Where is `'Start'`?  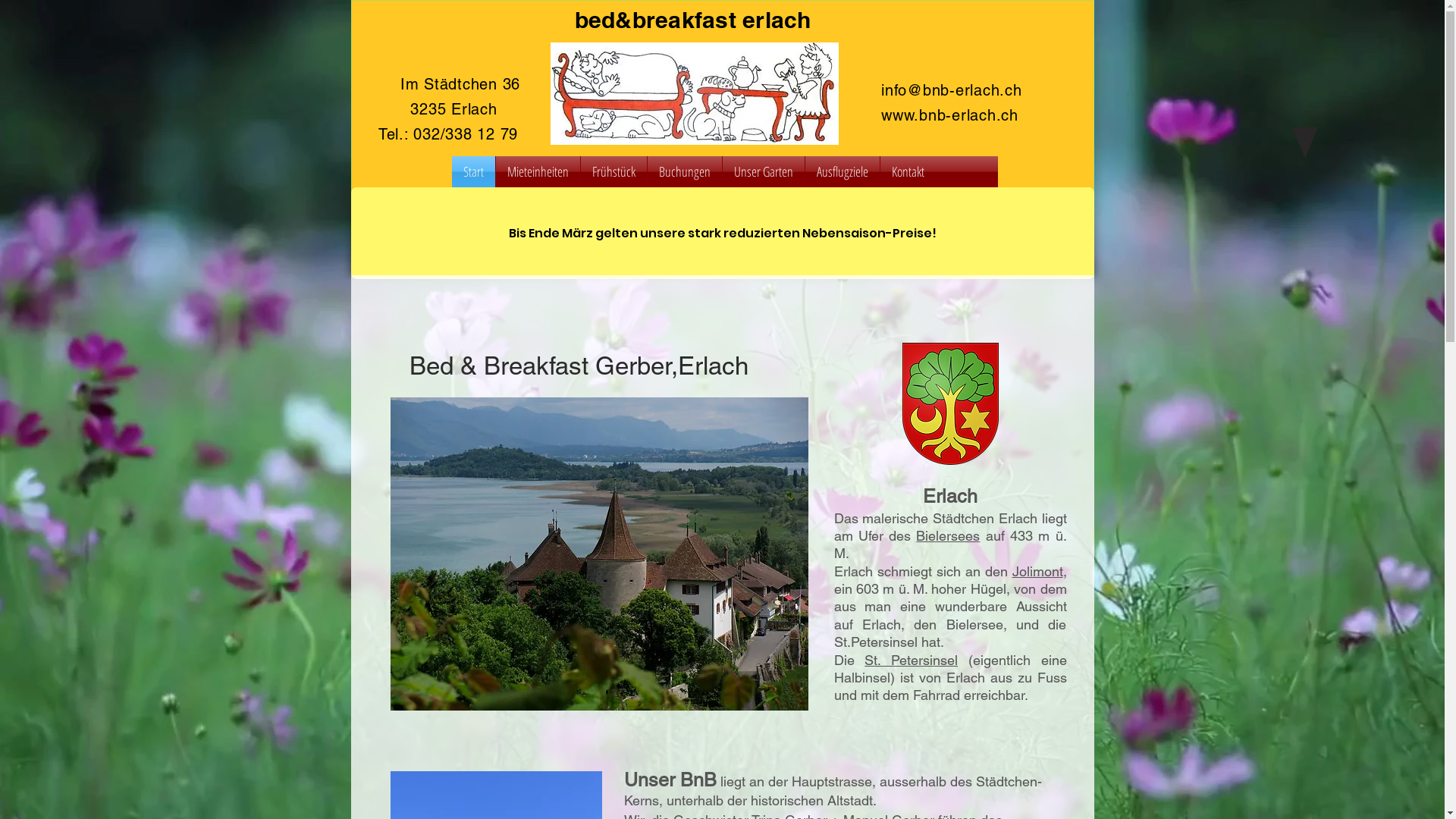 'Start' is located at coordinates (472, 171).